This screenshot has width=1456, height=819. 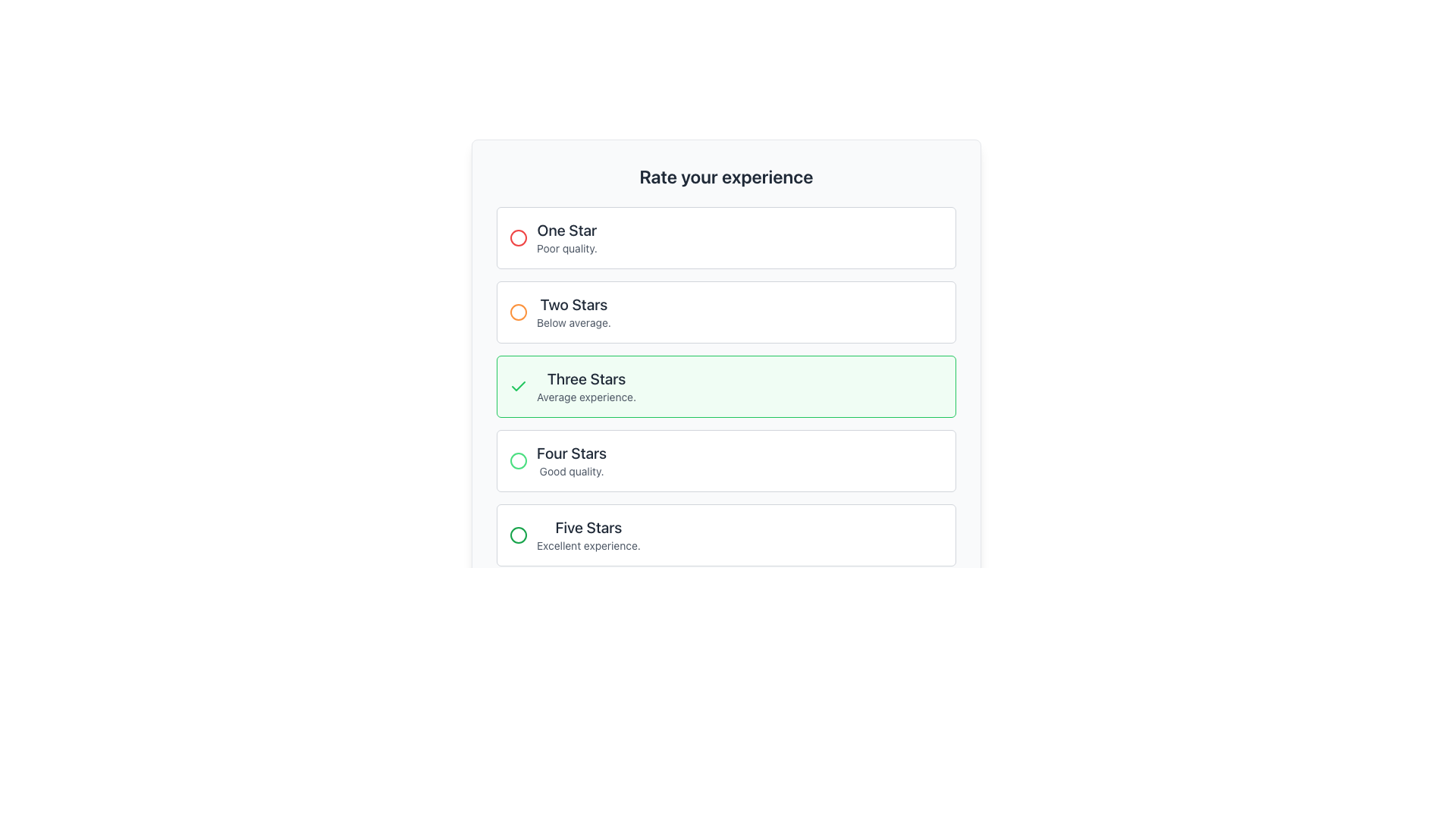 What do you see at coordinates (570, 470) in the screenshot?
I see `the text label 'Good quality.' which is styled in a small, light gray font and located beneath the 'Four Stars' rating option in the feedback interface` at bounding box center [570, 470].